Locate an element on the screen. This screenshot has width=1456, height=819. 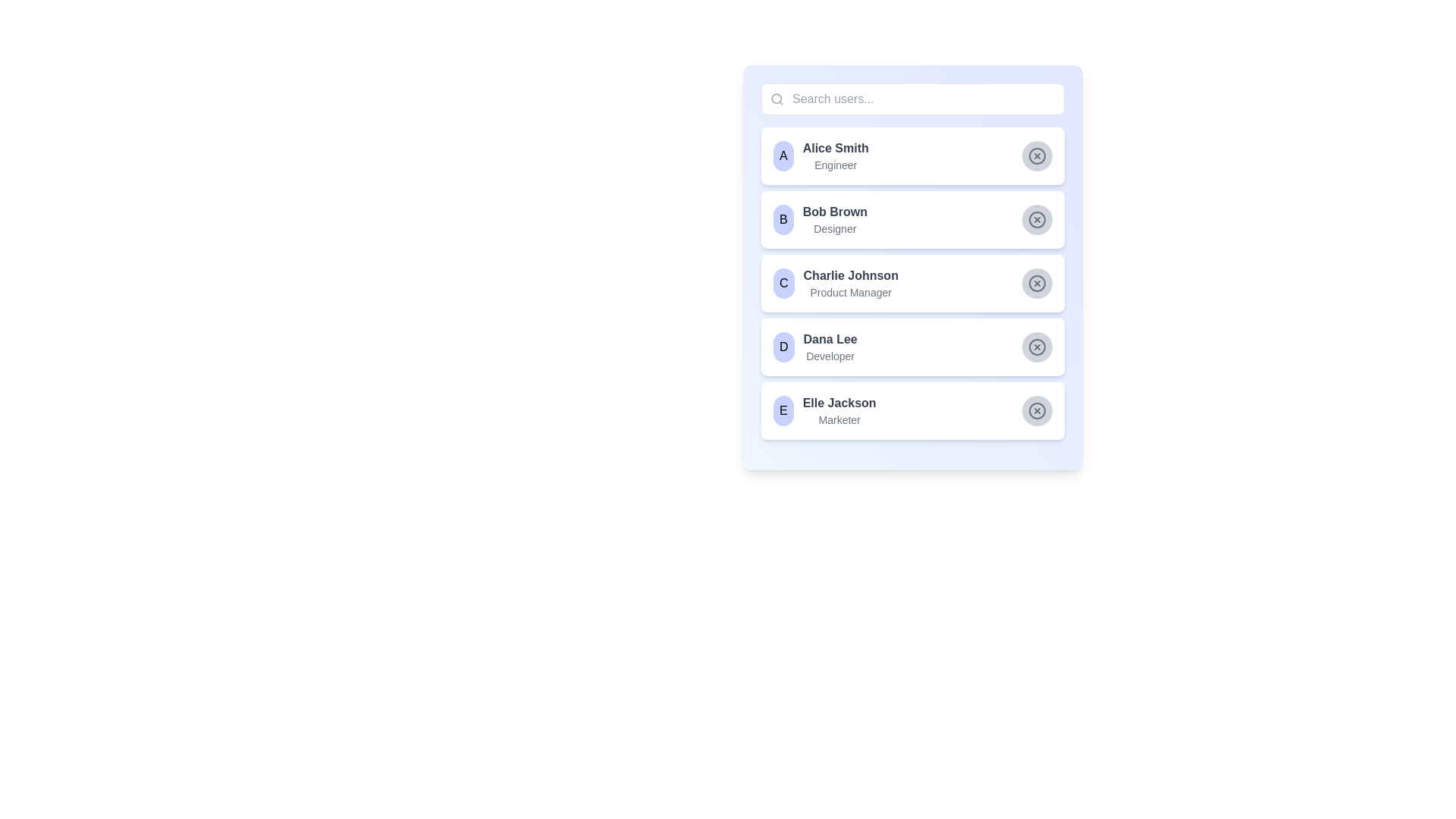
text label indicating the role 'Developer' of the user 'Dana Lee', located beneath the name within the fourth list item of the user list interface is located at coordinates (830, 356).